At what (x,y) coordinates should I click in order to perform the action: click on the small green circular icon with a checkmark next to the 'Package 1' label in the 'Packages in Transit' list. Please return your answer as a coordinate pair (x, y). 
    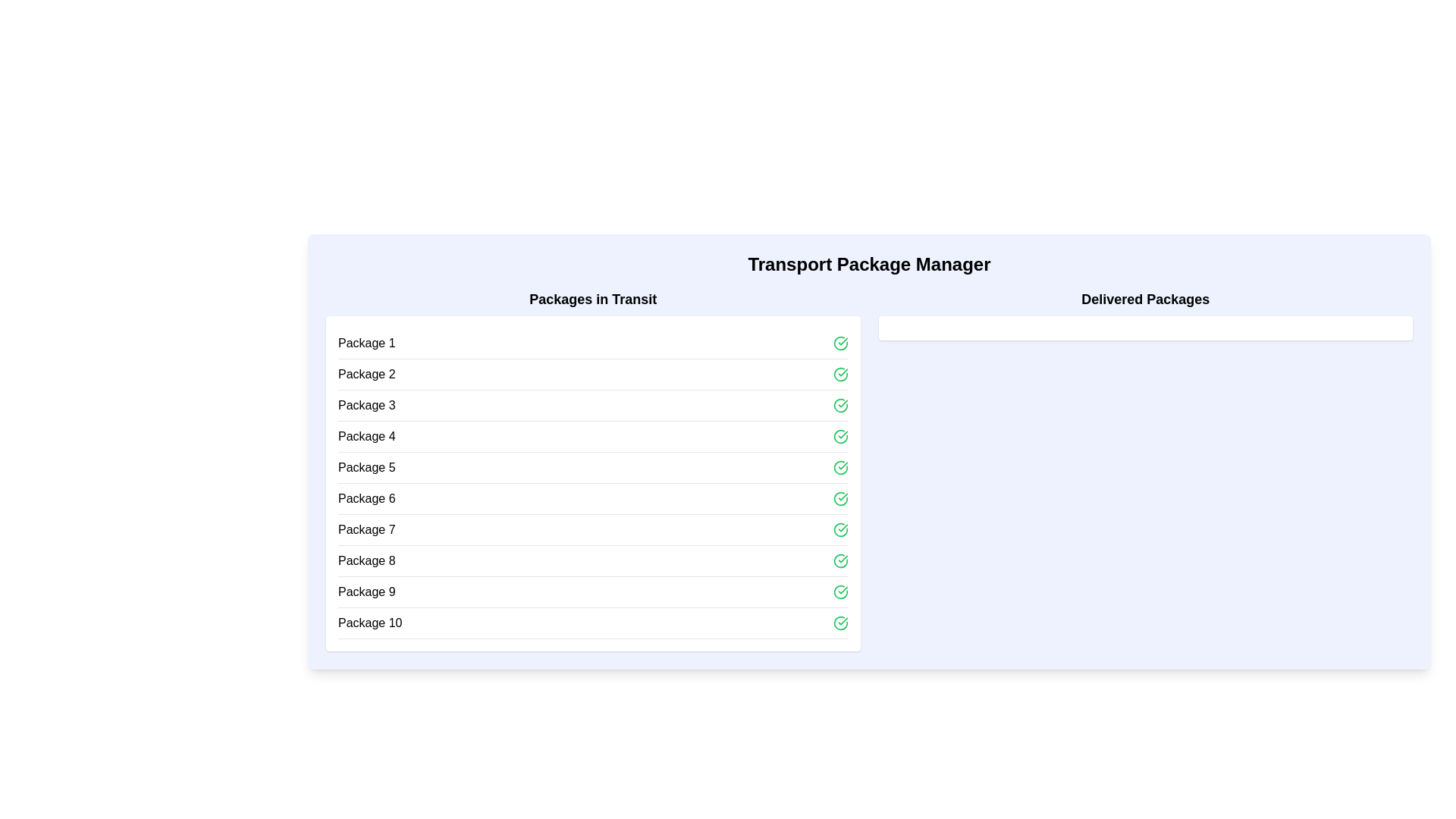
    Looking at the image, I should click on (839, 343).